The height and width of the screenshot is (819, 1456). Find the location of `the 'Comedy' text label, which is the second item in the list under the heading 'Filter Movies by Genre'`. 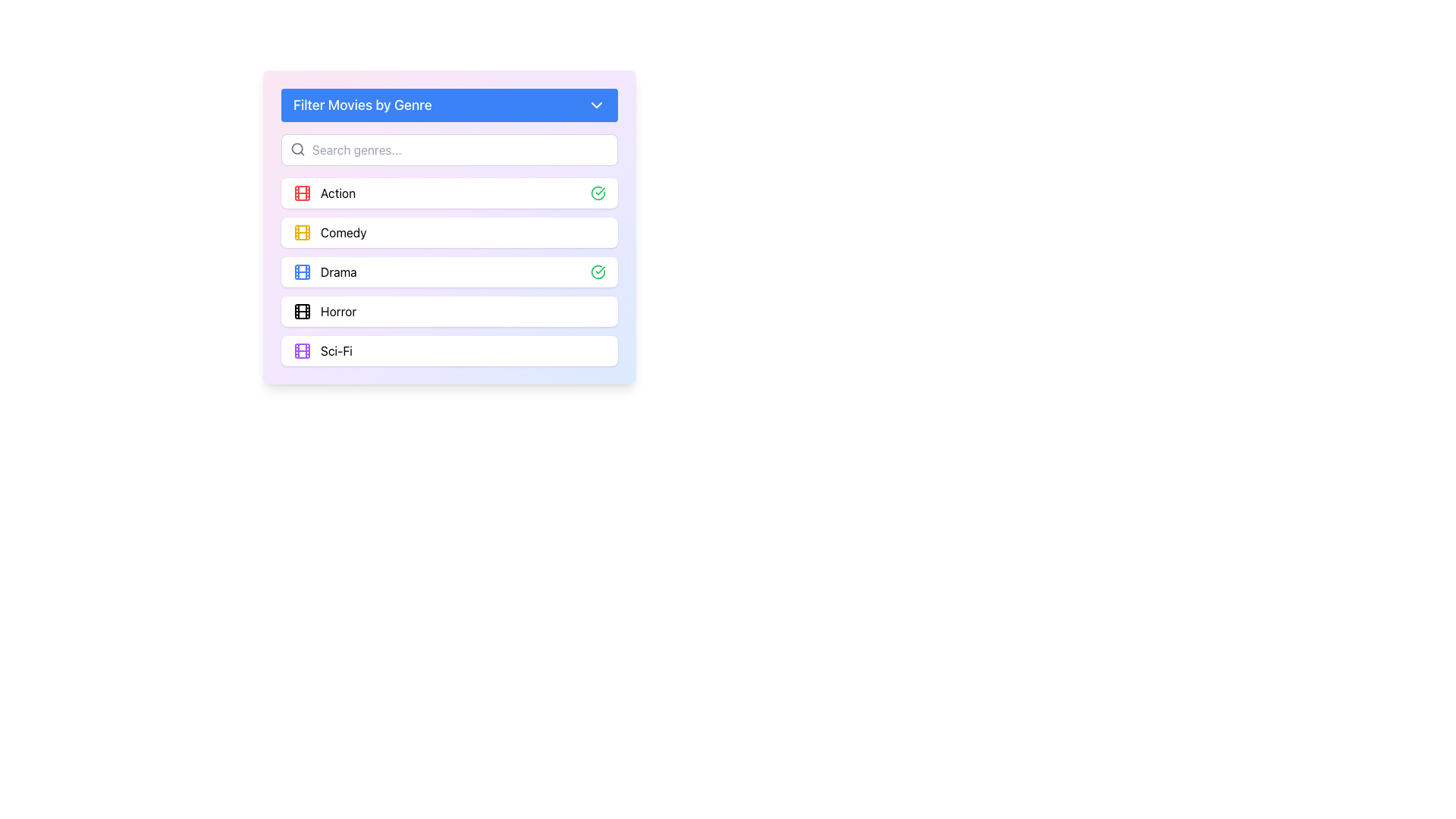

the 'Comedy' text label, which is the second item in the list under the heading 'Filter Movies by Genre' is located at coordinates (343, 233).